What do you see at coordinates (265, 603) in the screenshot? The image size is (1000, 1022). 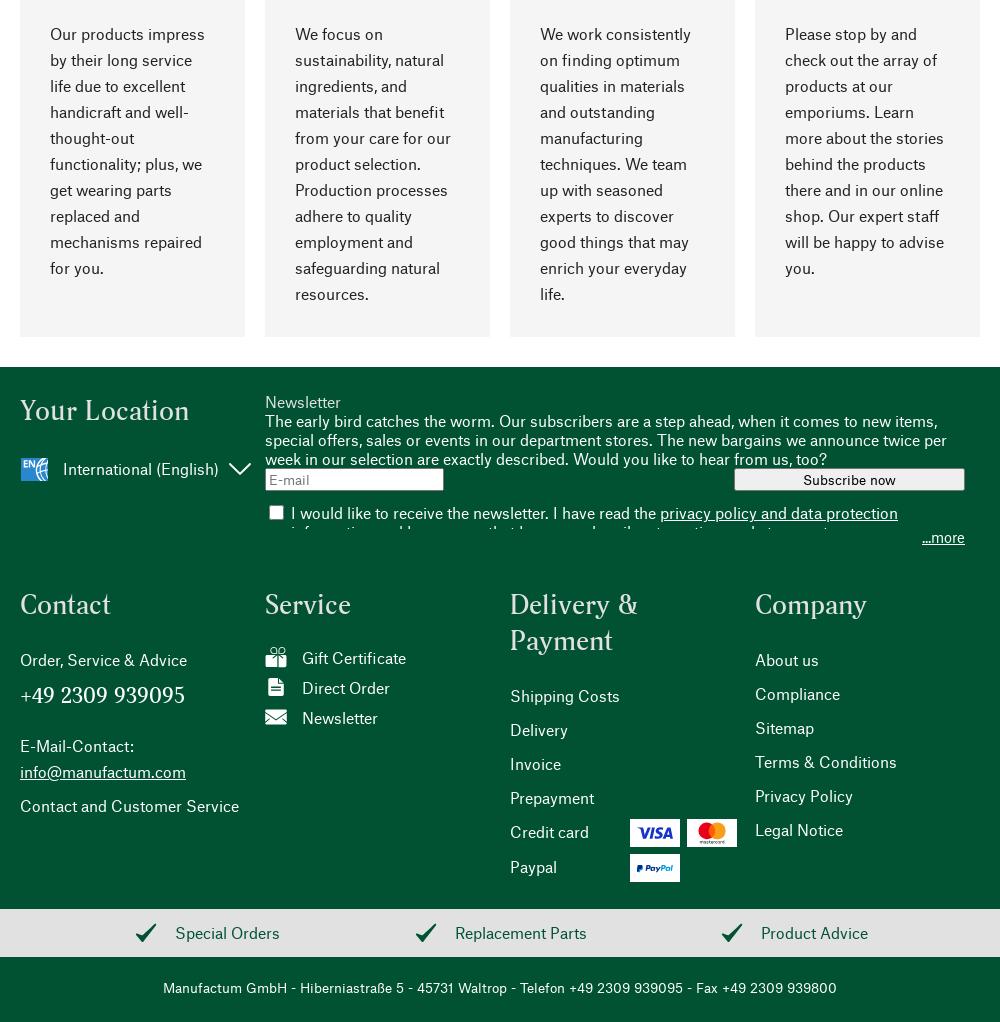 I see `'Service'` at bounding box center [265, 603].